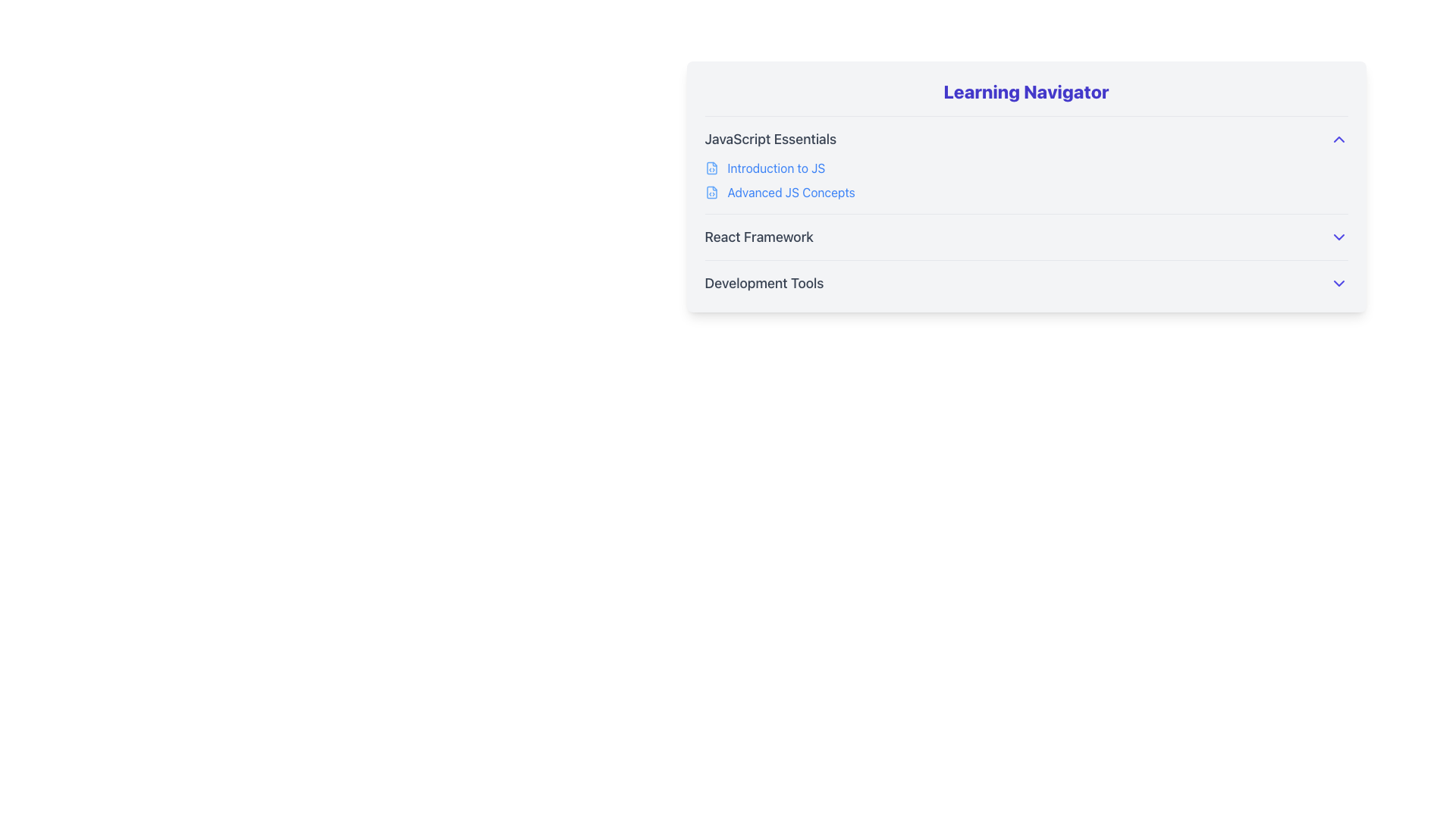  What do you see at coordinates (1338, 284) in the screenshot?
I see `the toggle icon for the 'Development Tools' menu section` at bounding box center [1338, 284].